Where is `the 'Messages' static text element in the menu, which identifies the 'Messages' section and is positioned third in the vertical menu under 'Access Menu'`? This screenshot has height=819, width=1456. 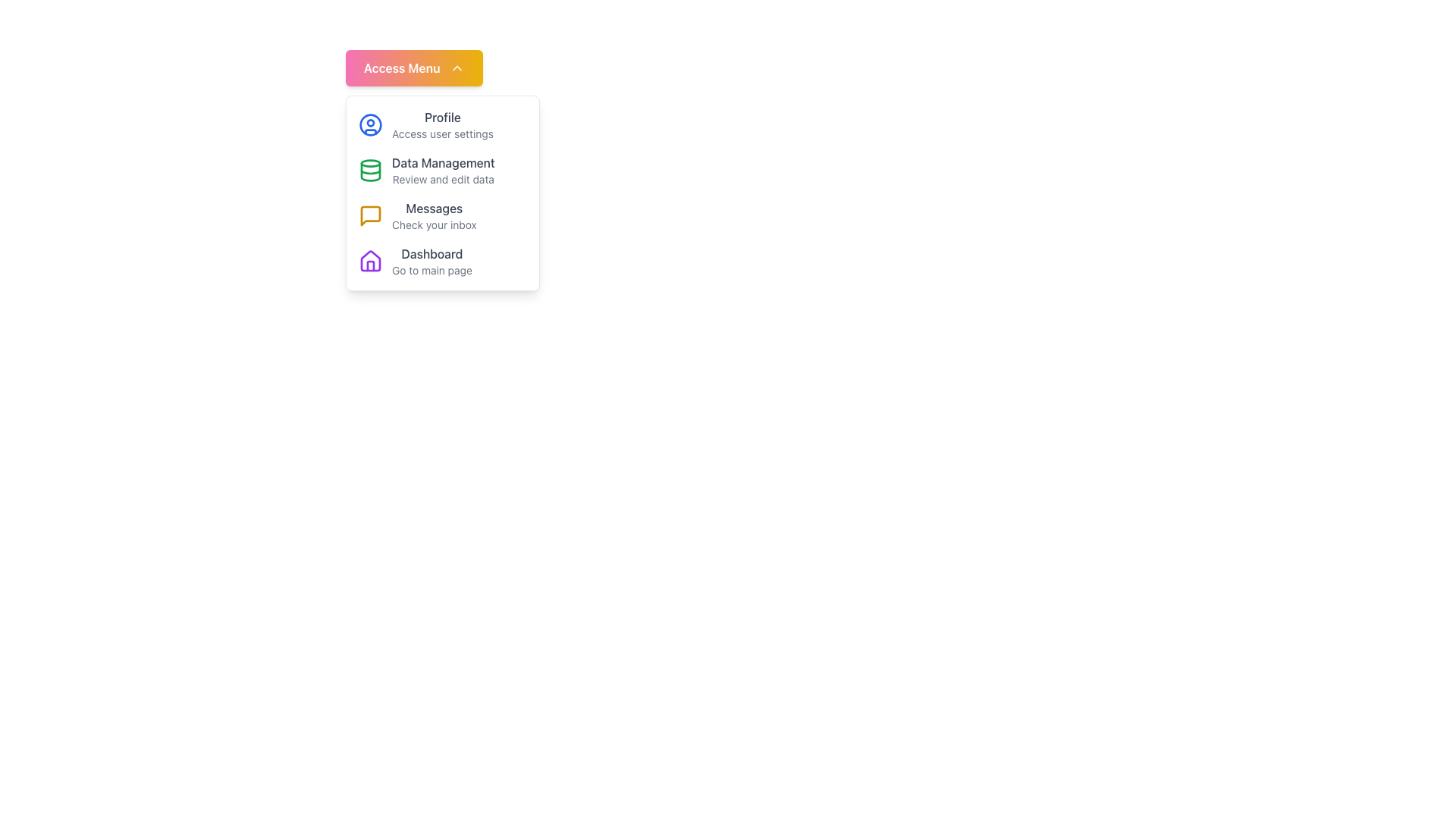 the 'Messages' static text element in the menu, which identifies the 'Messages' section and is positioned third in the vertical menu under 'Access Menu' is located at coordinates (433, 208).